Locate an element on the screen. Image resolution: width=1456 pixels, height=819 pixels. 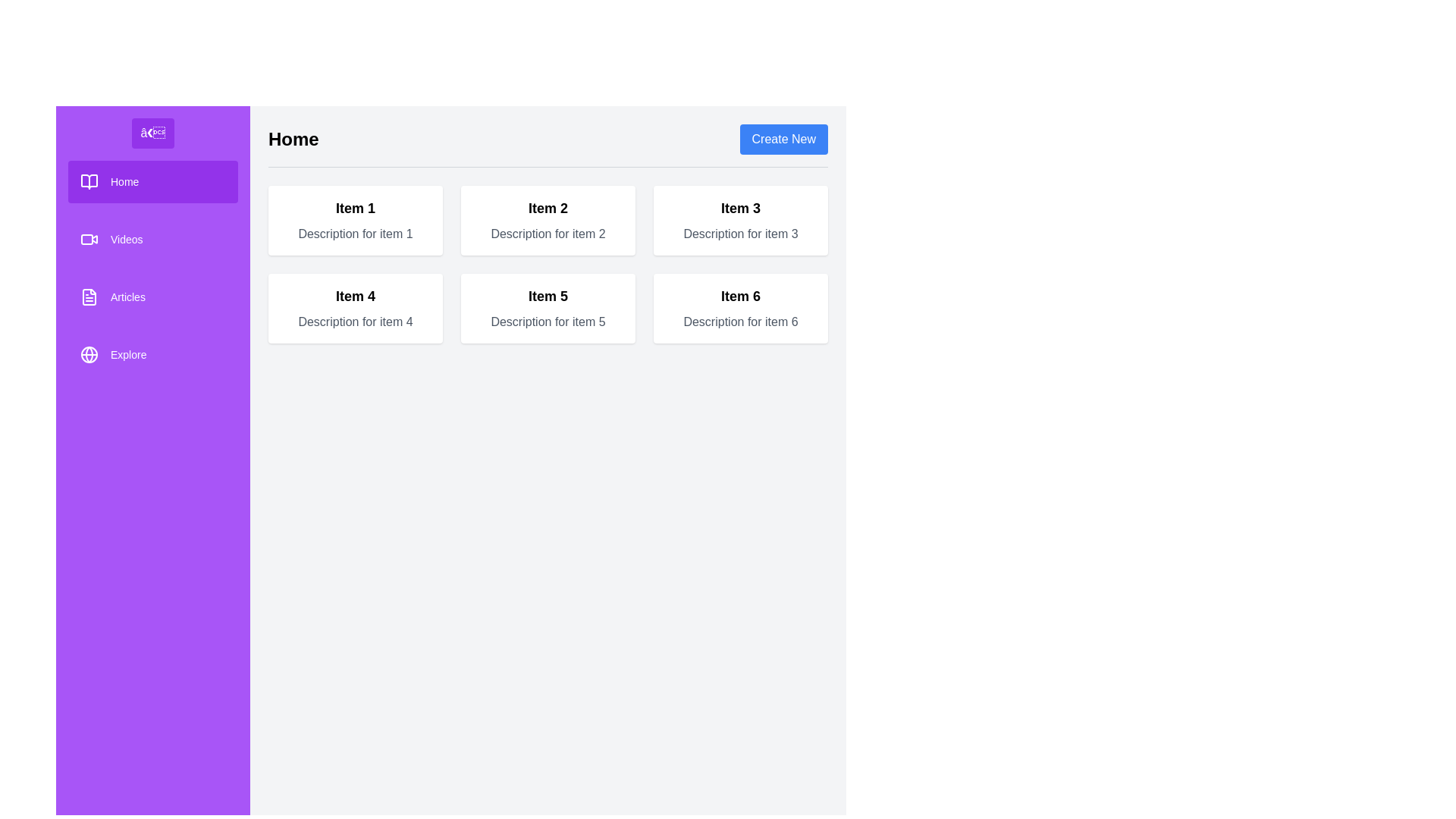
the 'Articles' text label in the left-side navigation panel, which is the third item in a vertical list of options including 'Home,' 'Videos,' and 'Explore.' is located at coordinates (127, 297).